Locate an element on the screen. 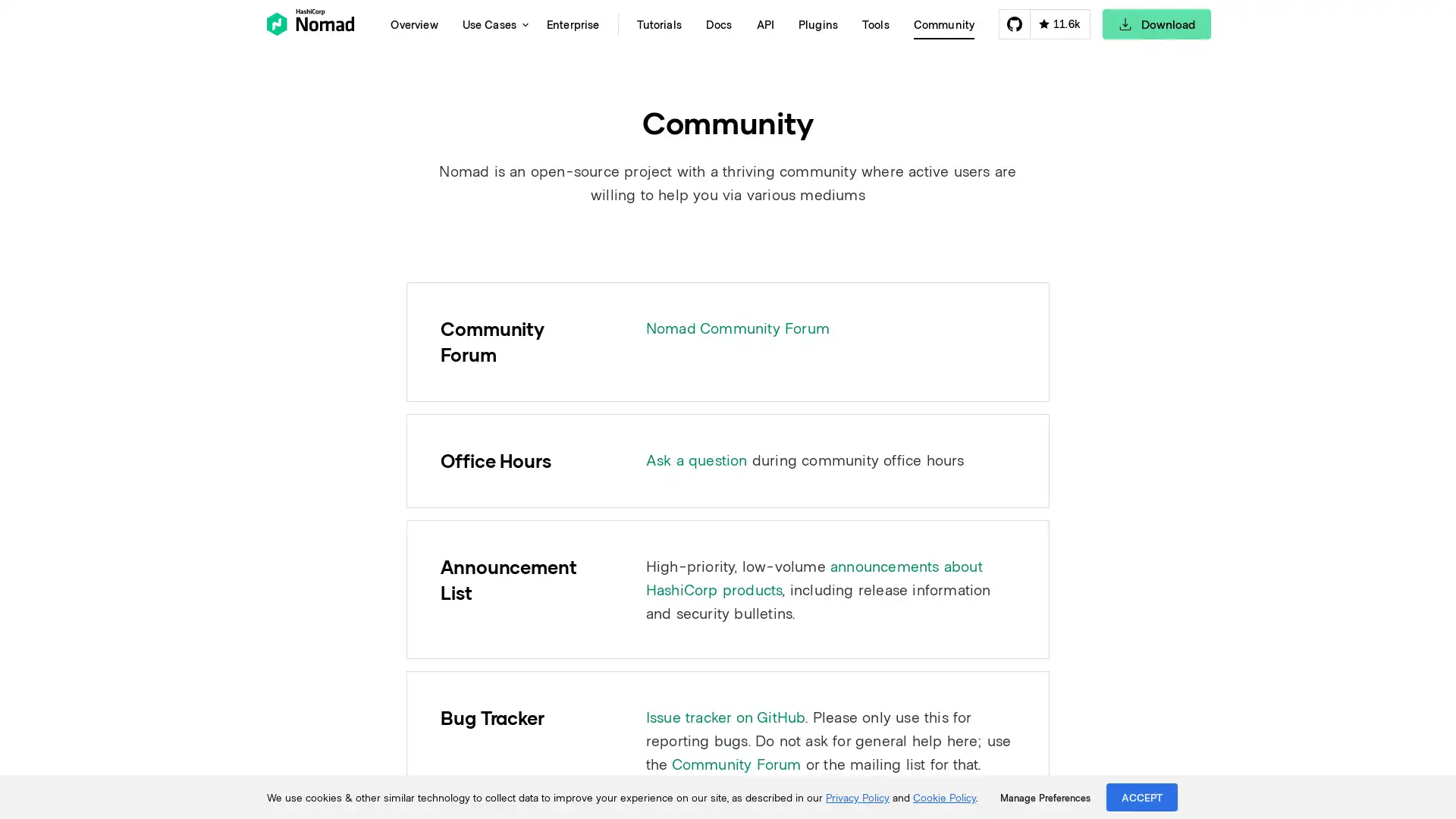 Image resolution: width=1456 pixels, height=819 pixels. ACCEPT is located at coordinates (1142, 796).